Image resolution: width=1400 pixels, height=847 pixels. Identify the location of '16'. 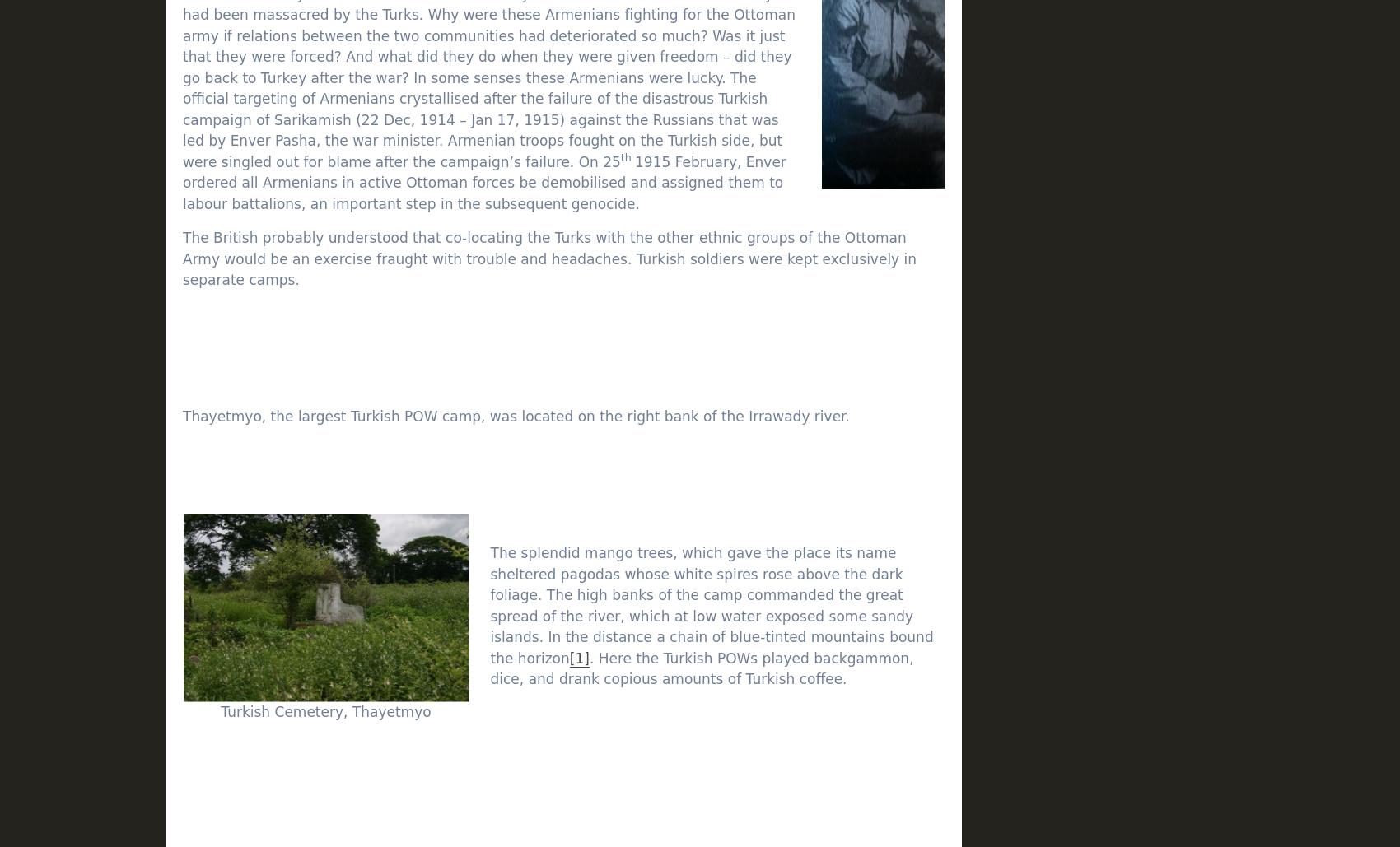
(1119, 630).